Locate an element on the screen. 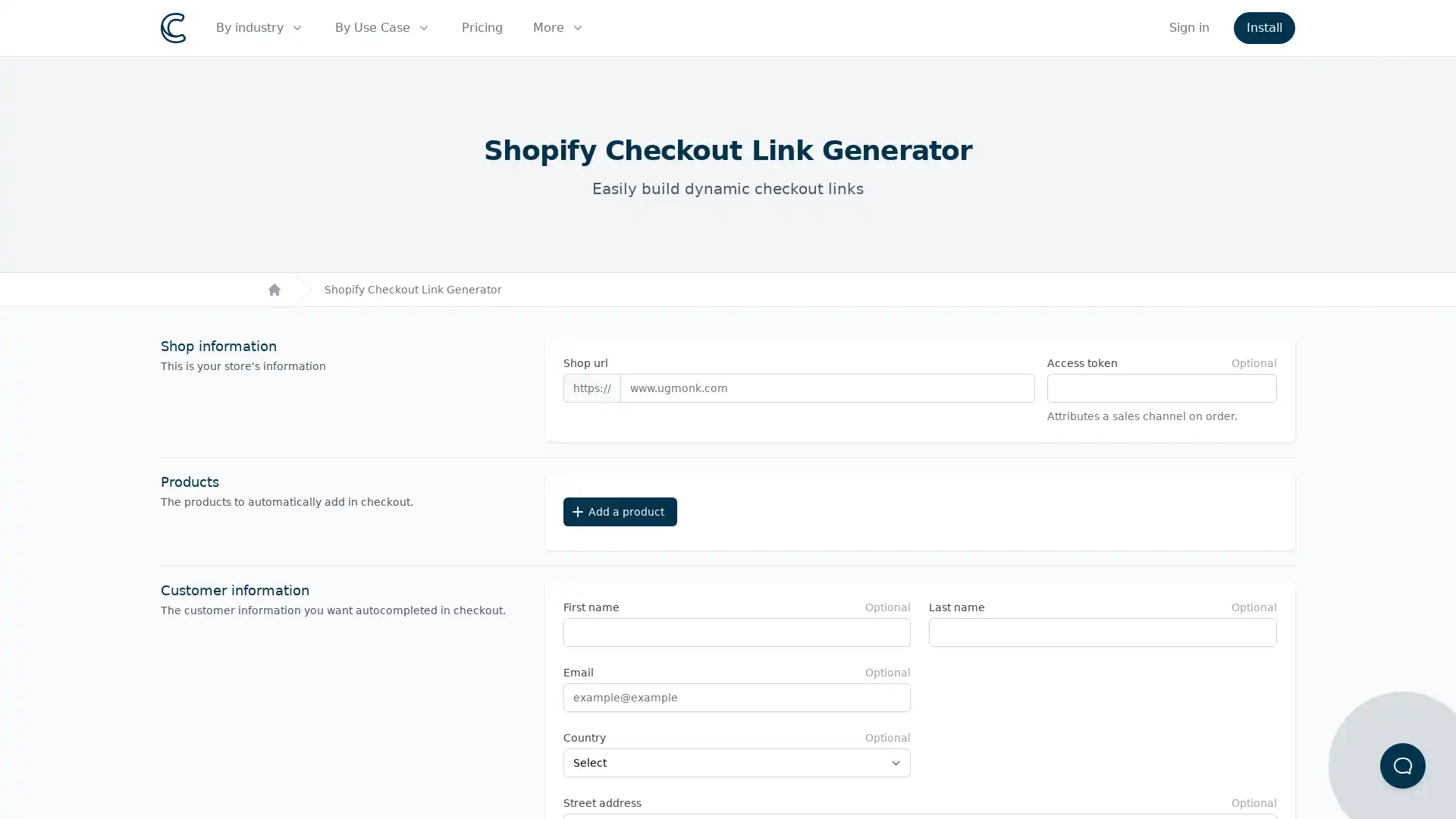 The image size is (1456, 819). By Use Case is located at coordinates (383, 28).